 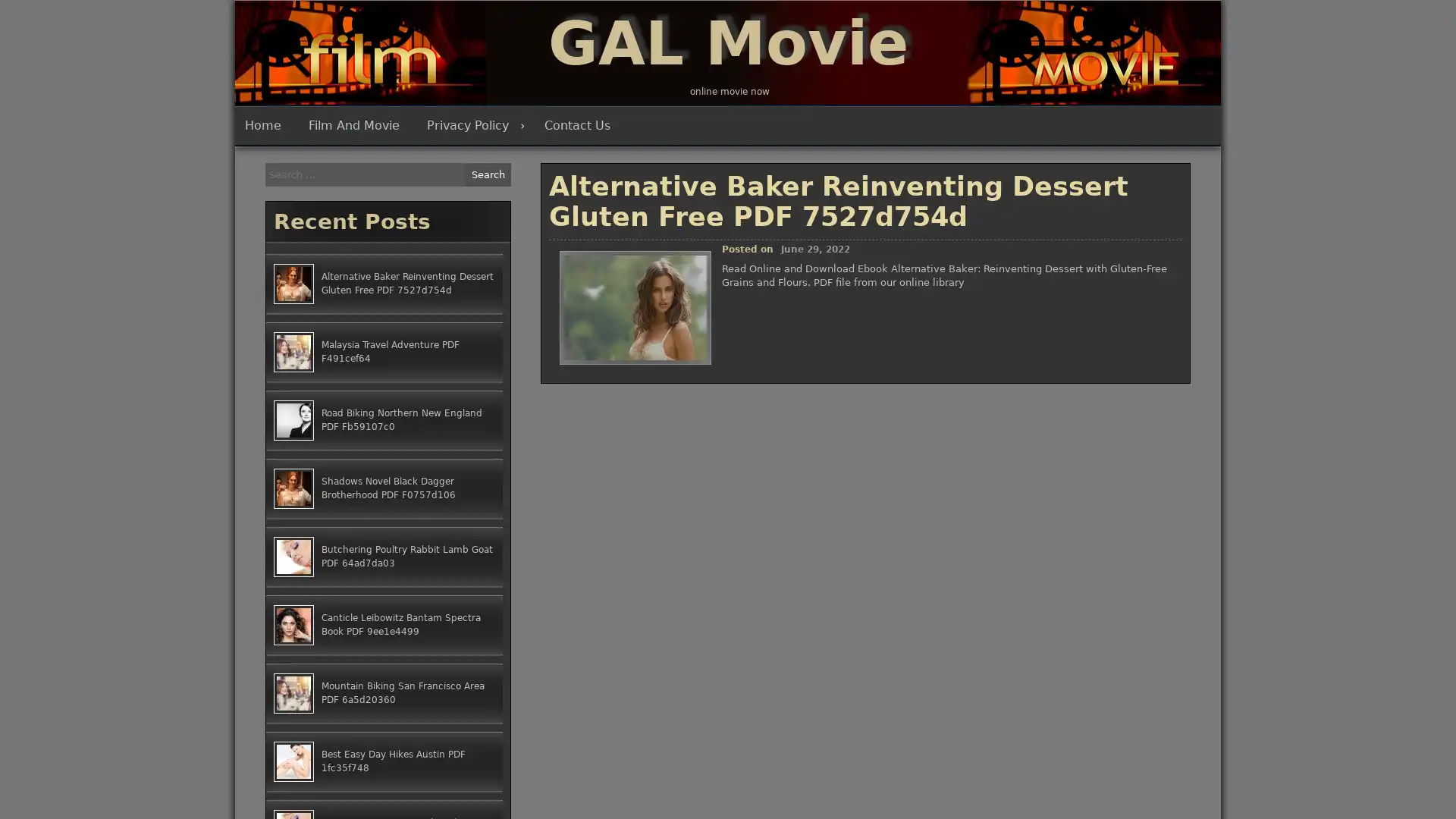 I want to click on Search, so click(x=488, y=174).